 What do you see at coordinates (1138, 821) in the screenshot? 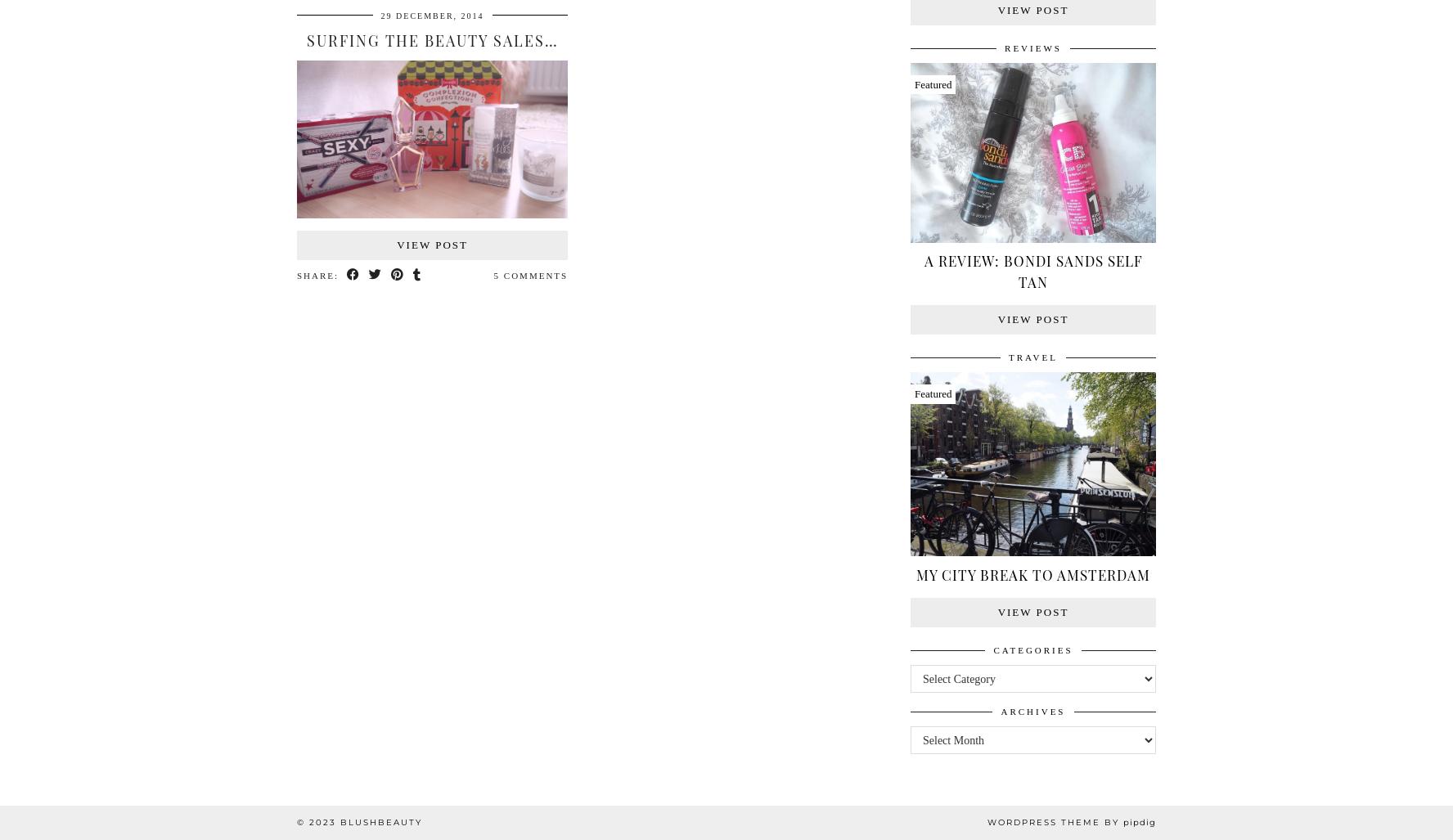
I see `'pipdig'` at bounding box center [1138, 821].